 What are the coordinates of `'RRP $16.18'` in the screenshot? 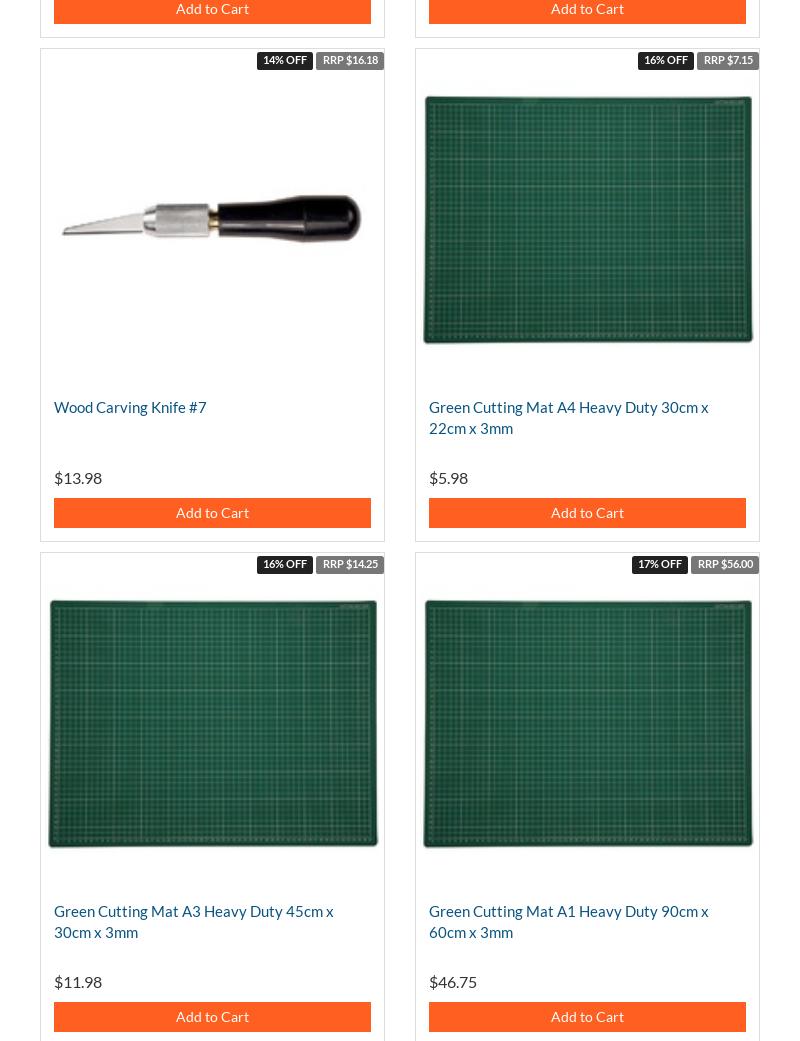 It's located at (349, 58).